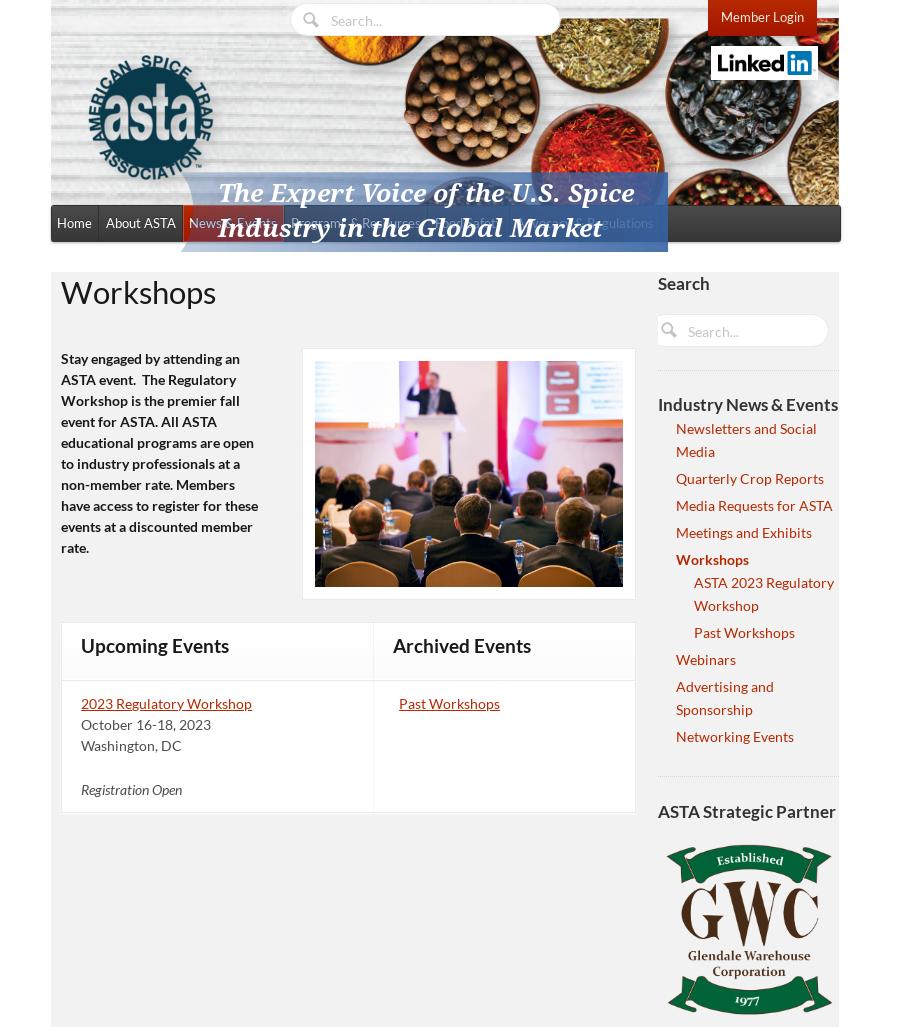 The height and width of the screenshot is (1027, 900). Describe the element at coordinates (140, 221) in the screenshot. I see `'About ASTA'` at that location.